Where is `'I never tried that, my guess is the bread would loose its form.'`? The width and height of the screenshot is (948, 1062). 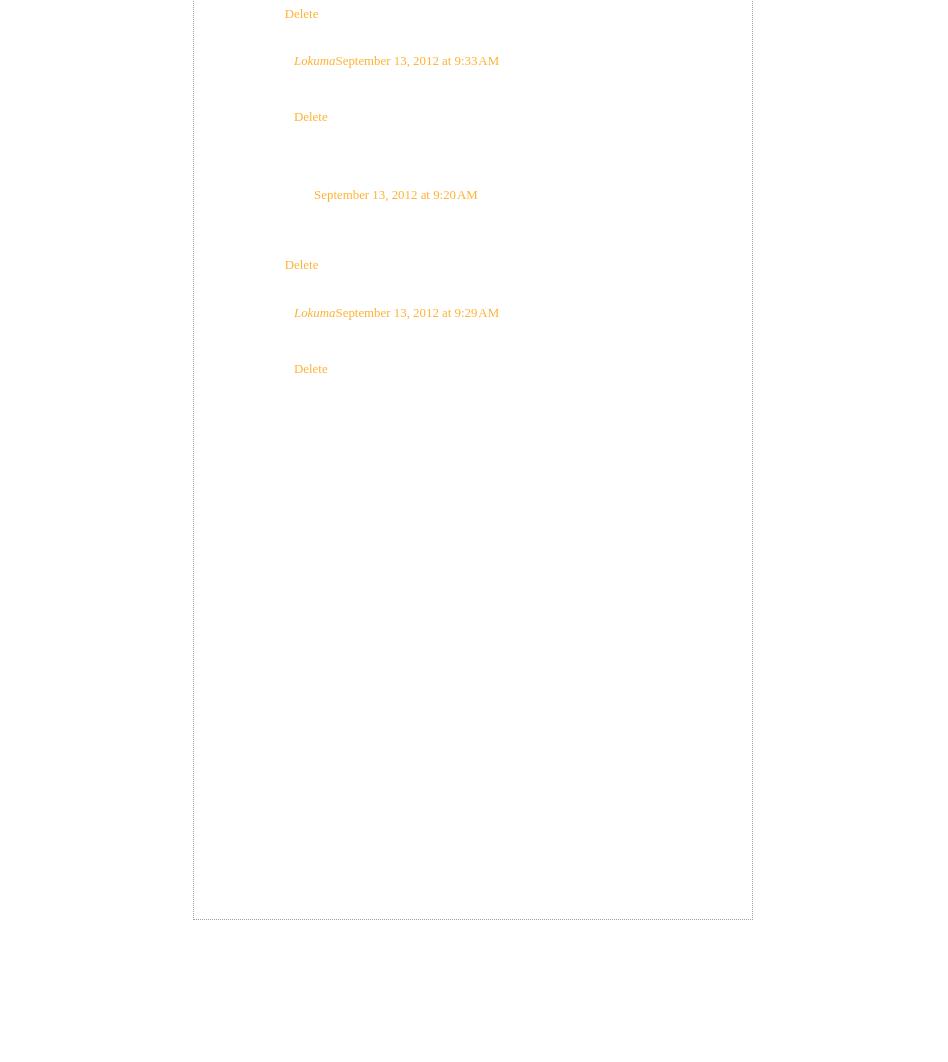
'I never tried that, my guess is the bread would loose its form.' is located at coordinates (450, 339).